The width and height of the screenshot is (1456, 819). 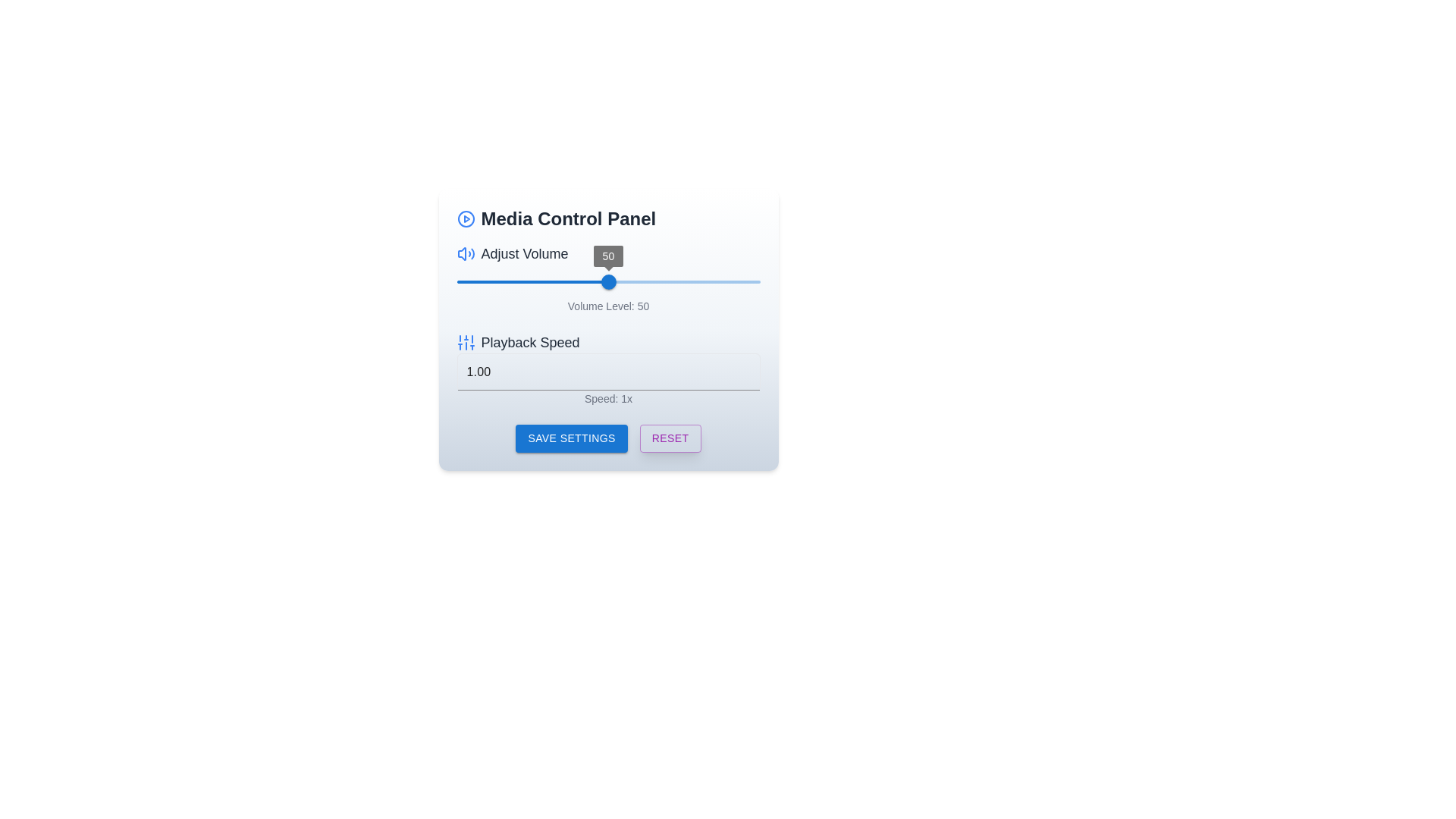 I want to click on volume, so click(x=487, y=281).